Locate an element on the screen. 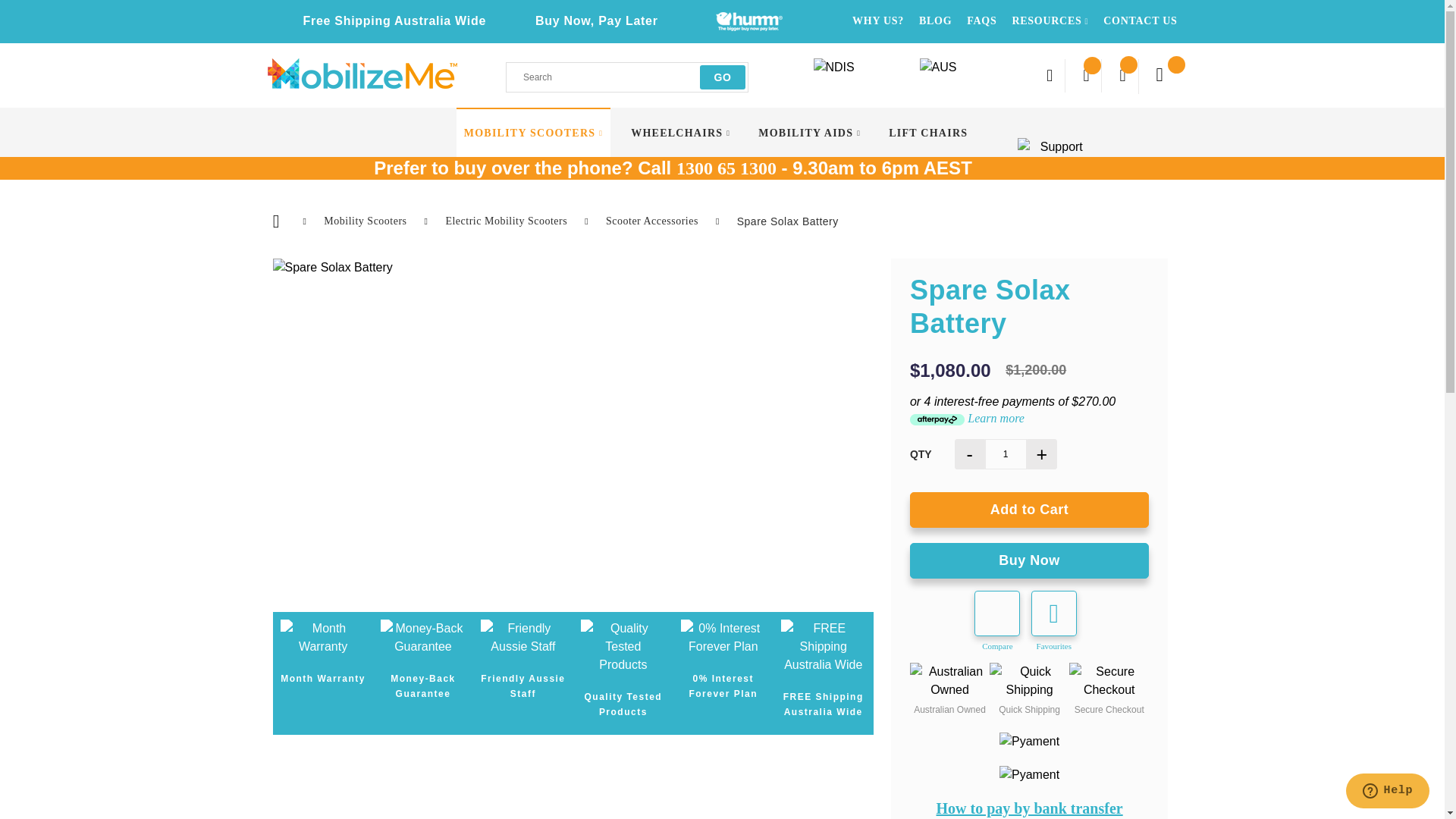 This screenshot has height=819, width=1456. 'MOBILITY AIDS' is located at coordinates (758, 132).